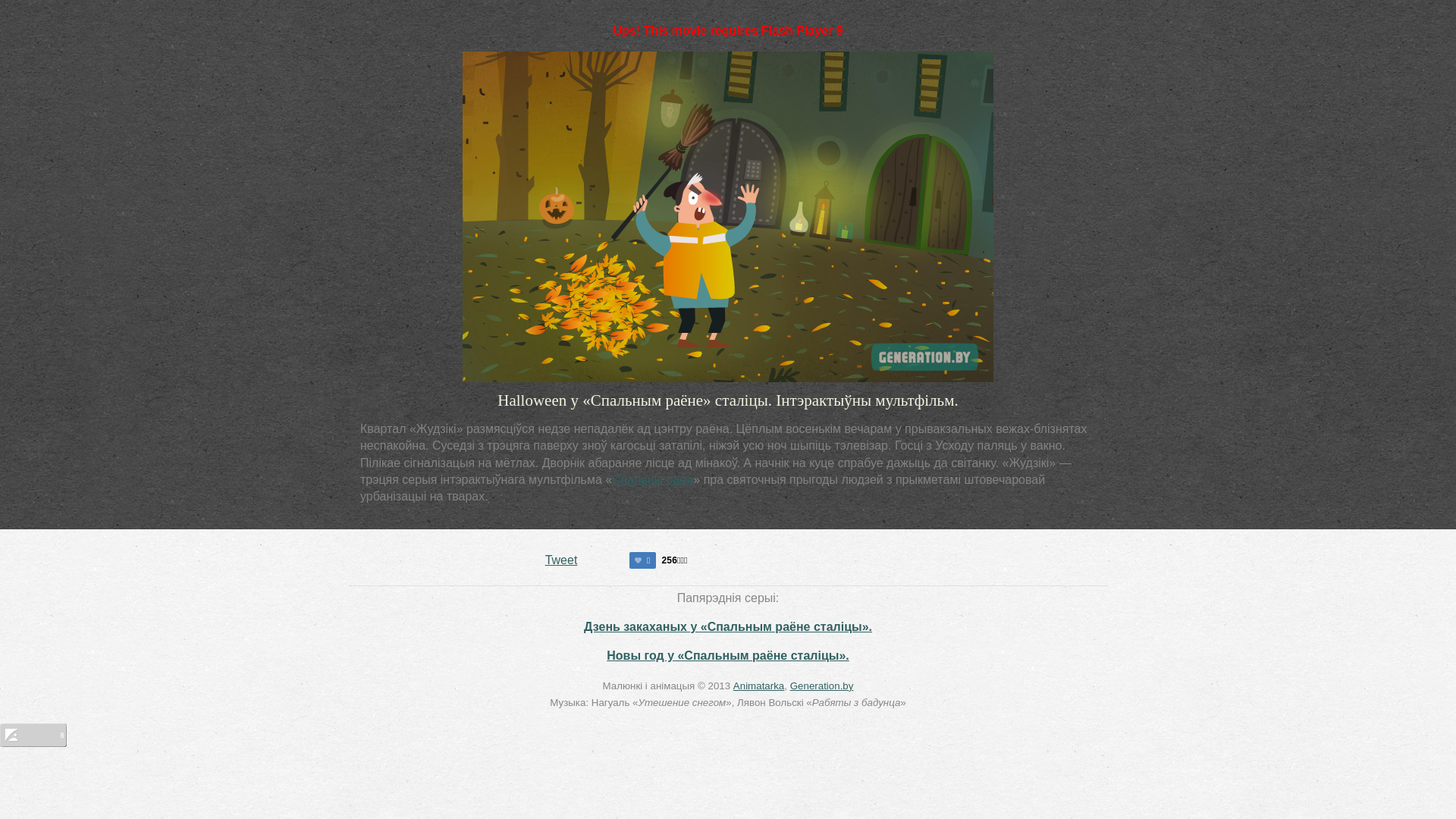  What do you see at coordinates (789, 686) in the screenshot?
I see `'Generation.by'` at bounding box center [789, 686].